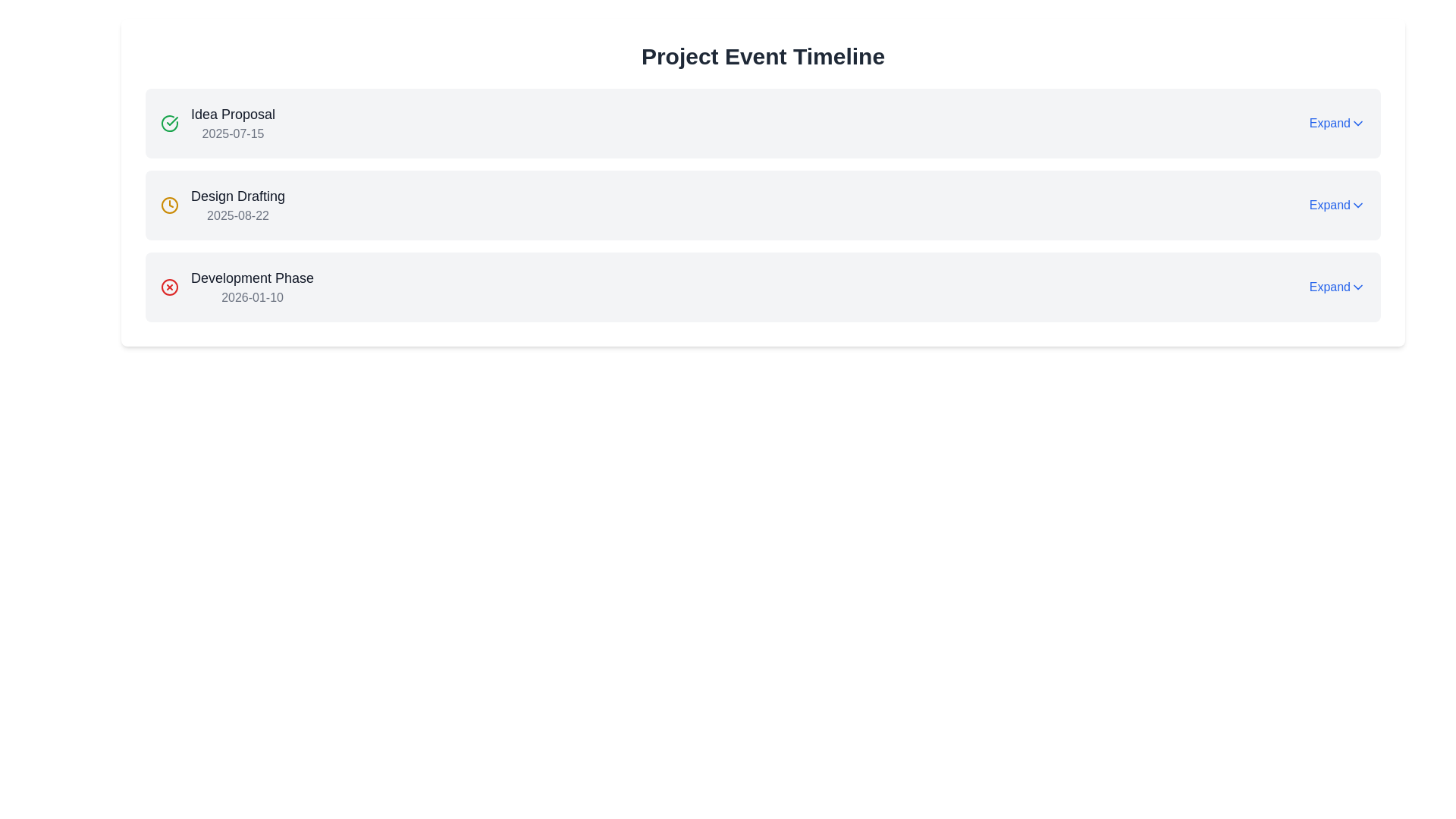 The height and width of the screenshot is (819, 1456). What do you see at coordinates (217, 122) in the screenshot?
I see `the 'Idea Proposal' list item at the top of the event list` at bounding box center [217, 122].